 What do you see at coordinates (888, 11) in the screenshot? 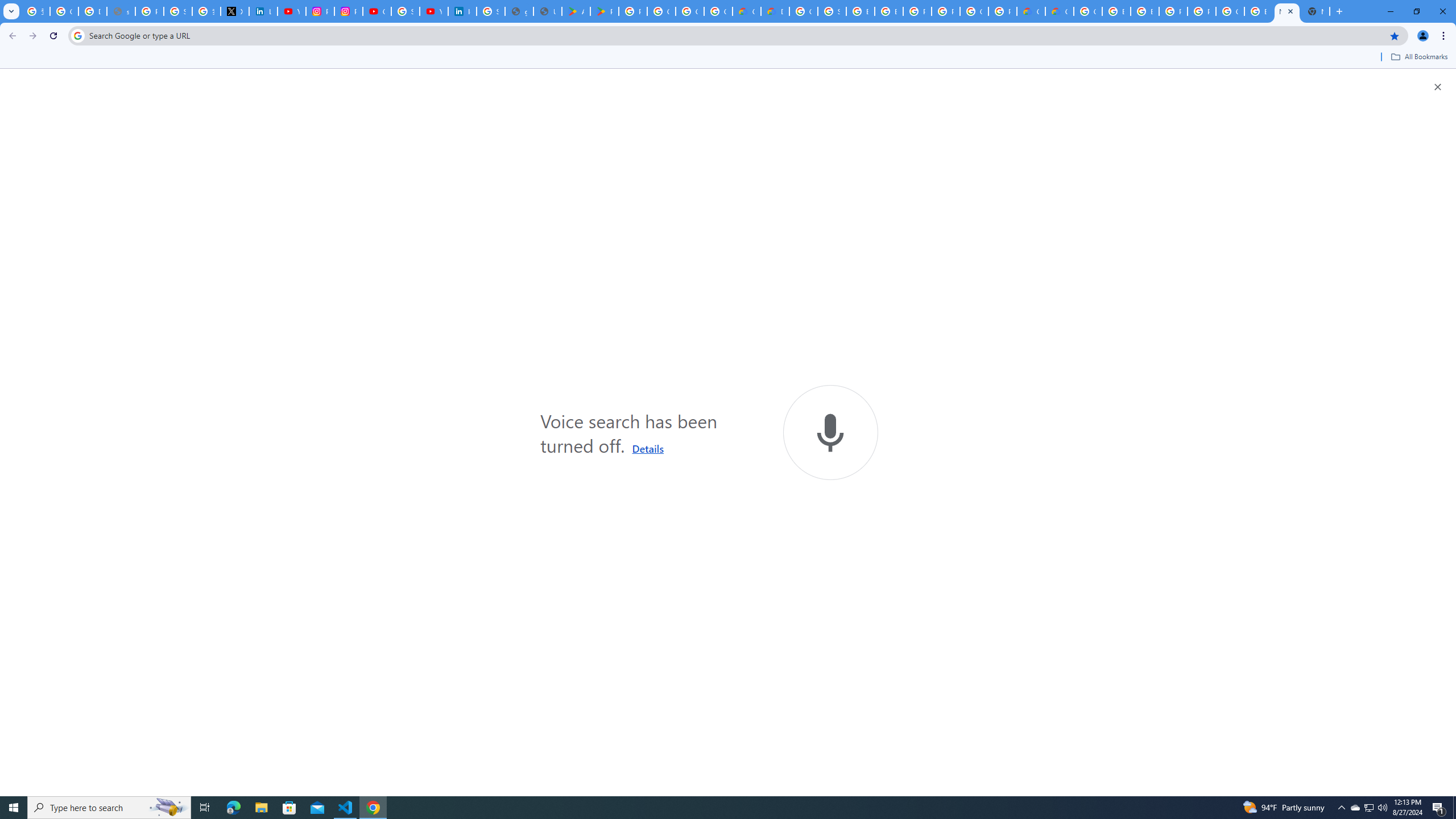
I see `'Browse Chrome as a guest - Computer - Google Chrome Help'` at bounding box center [888, 11].